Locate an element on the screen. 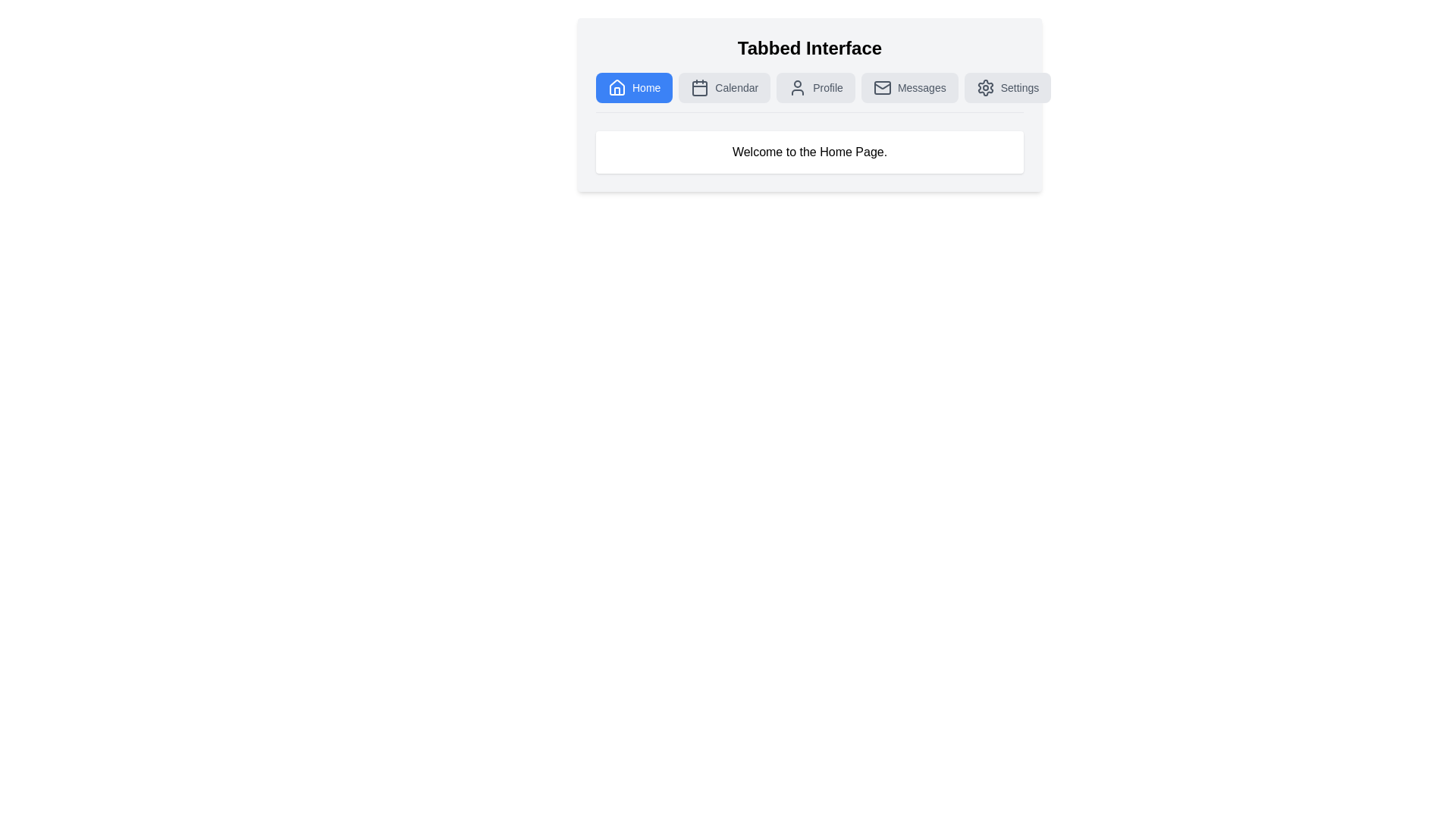  the user icon located within the 'Profile' button, which features a circle above a semi-circular base styled with a gray line drawing. This icon is centrally positioned to the left of the 'Profile' text label in the horizontal navigation bar is located at coordinates (797, 87).